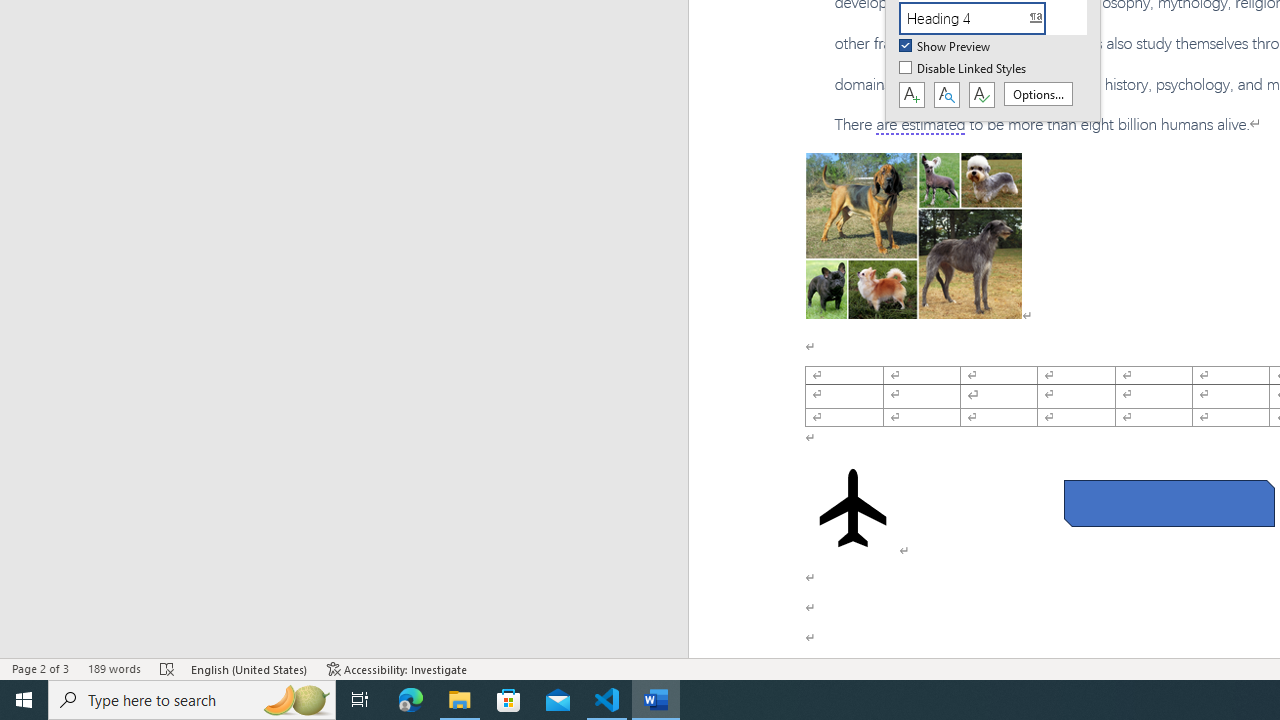 The width and height of the screenshot is (1280, 720). I want to click on 'Airplane with solid fill', so click(853, 506).